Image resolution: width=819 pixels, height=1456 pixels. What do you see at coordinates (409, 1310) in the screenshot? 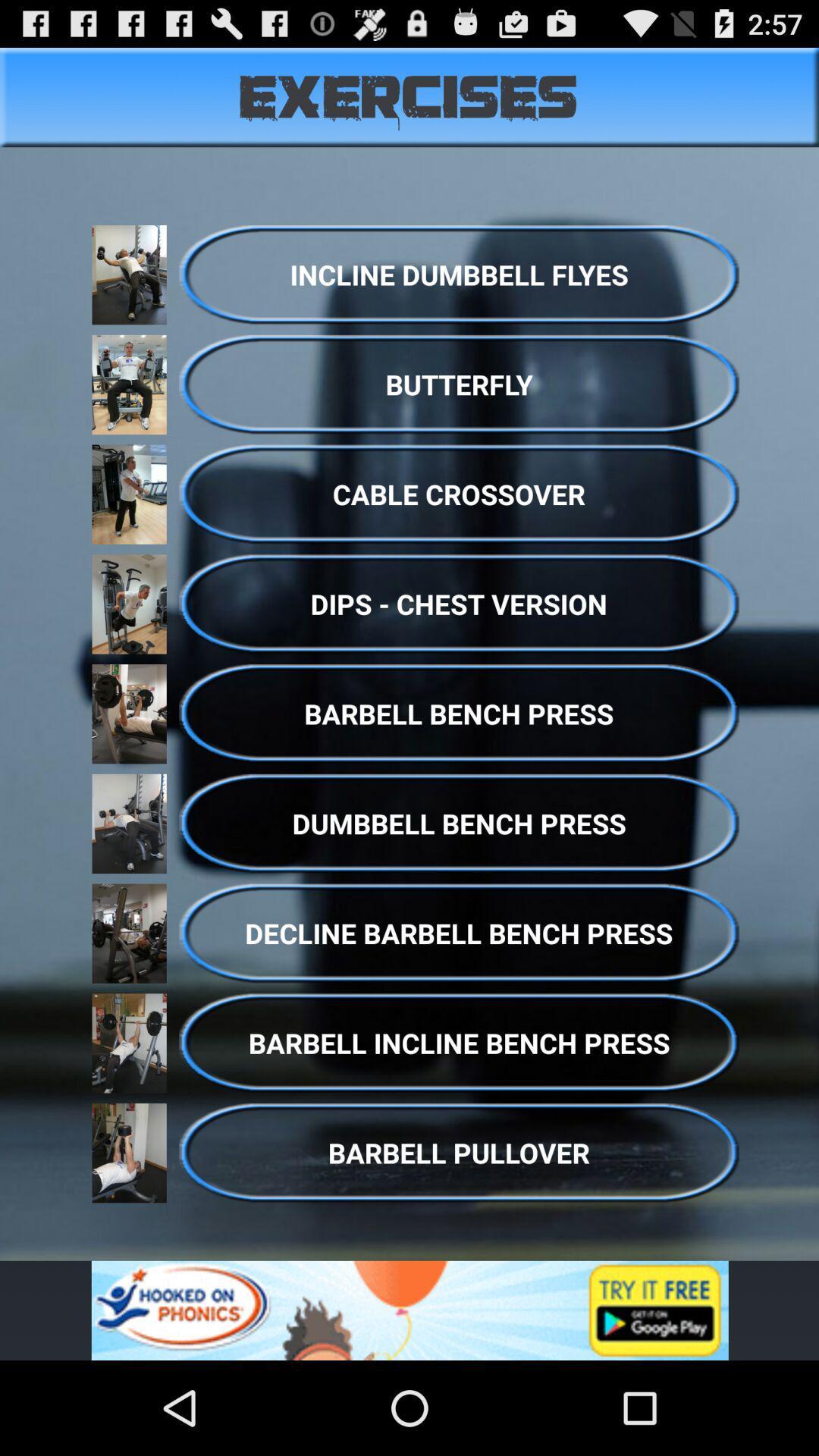
I see `tap advertisement` at bounding box center [409, 1310].